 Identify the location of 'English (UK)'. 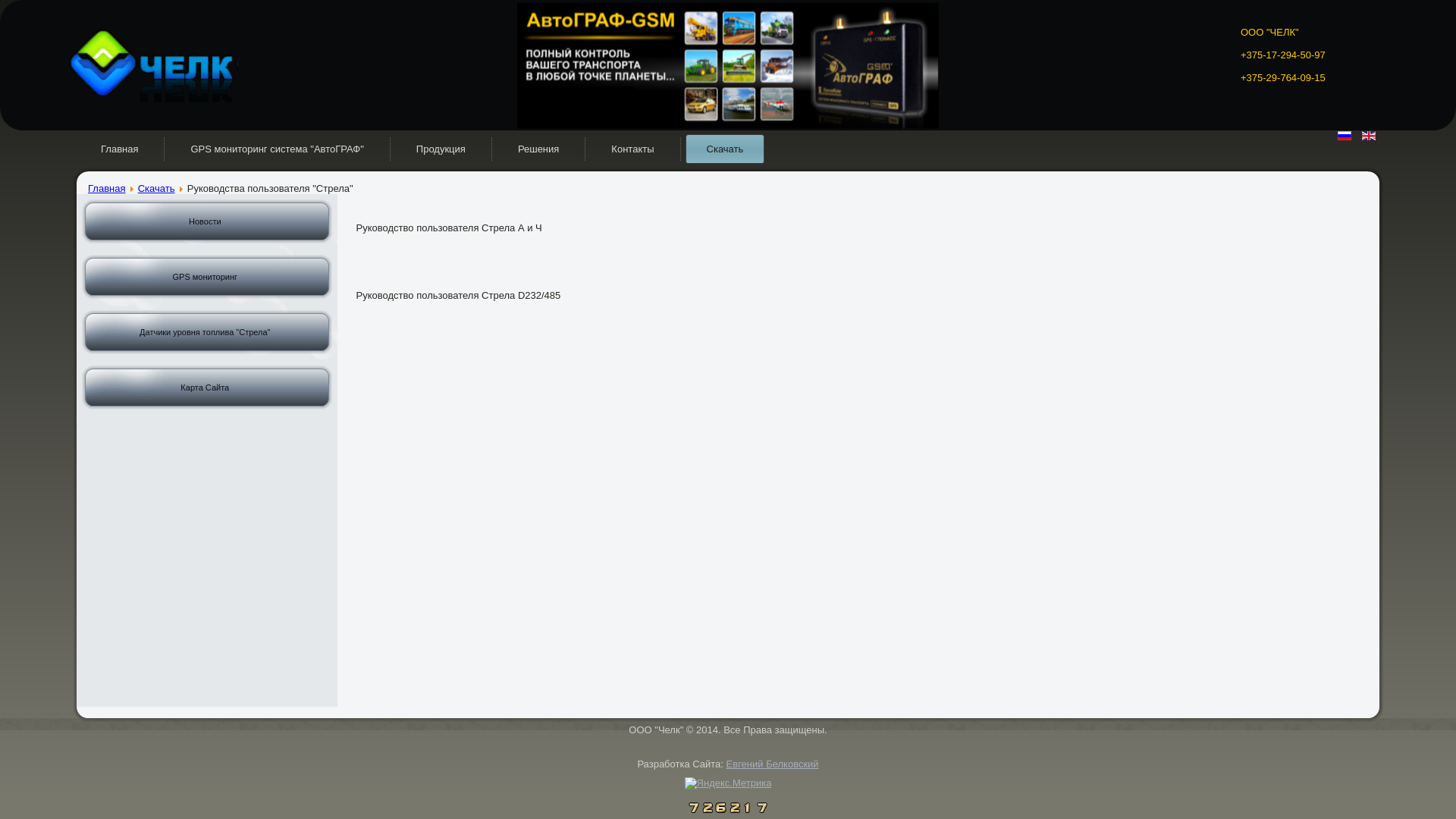
(1368, 134).